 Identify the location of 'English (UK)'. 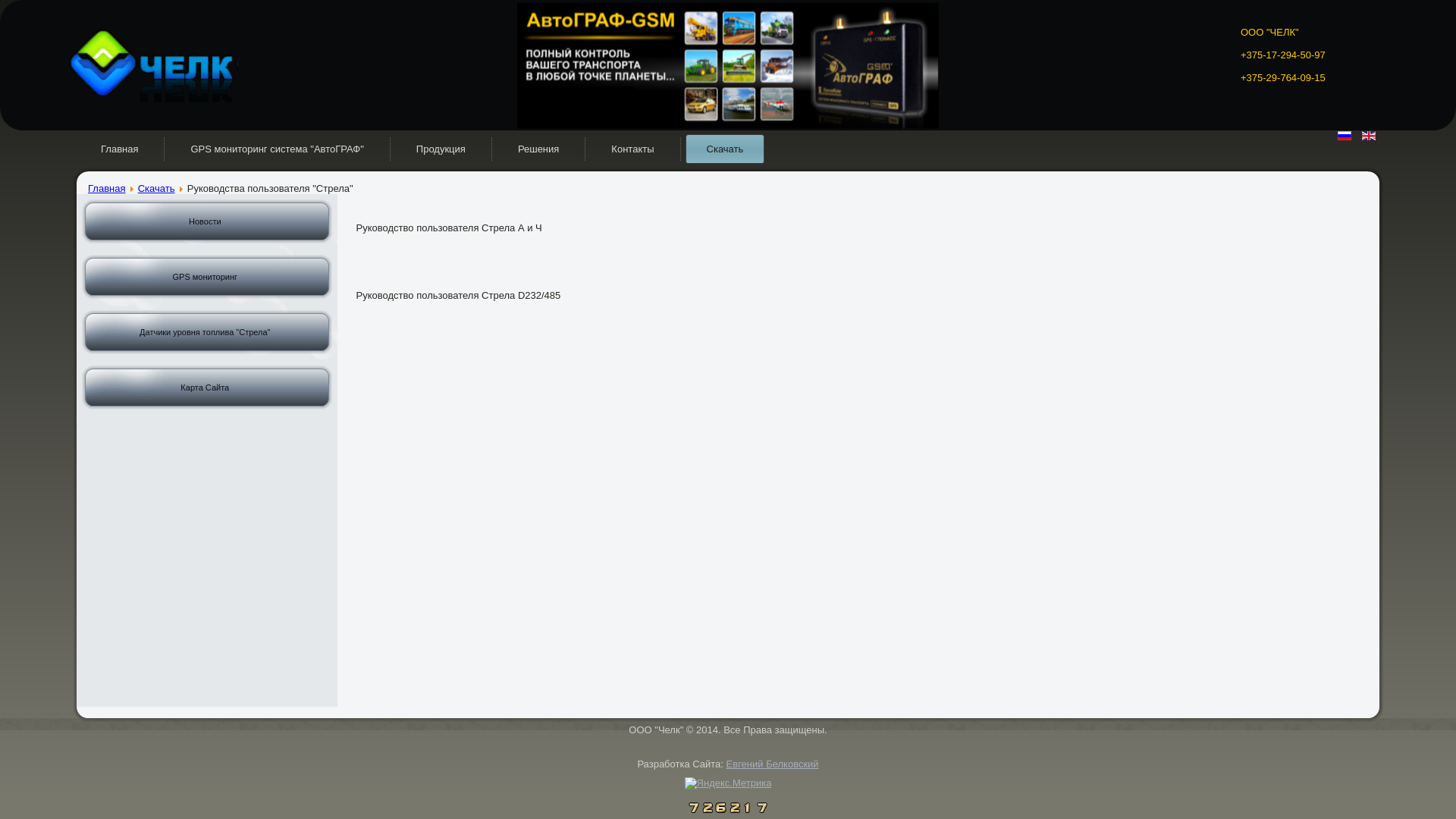
(1368, 134).